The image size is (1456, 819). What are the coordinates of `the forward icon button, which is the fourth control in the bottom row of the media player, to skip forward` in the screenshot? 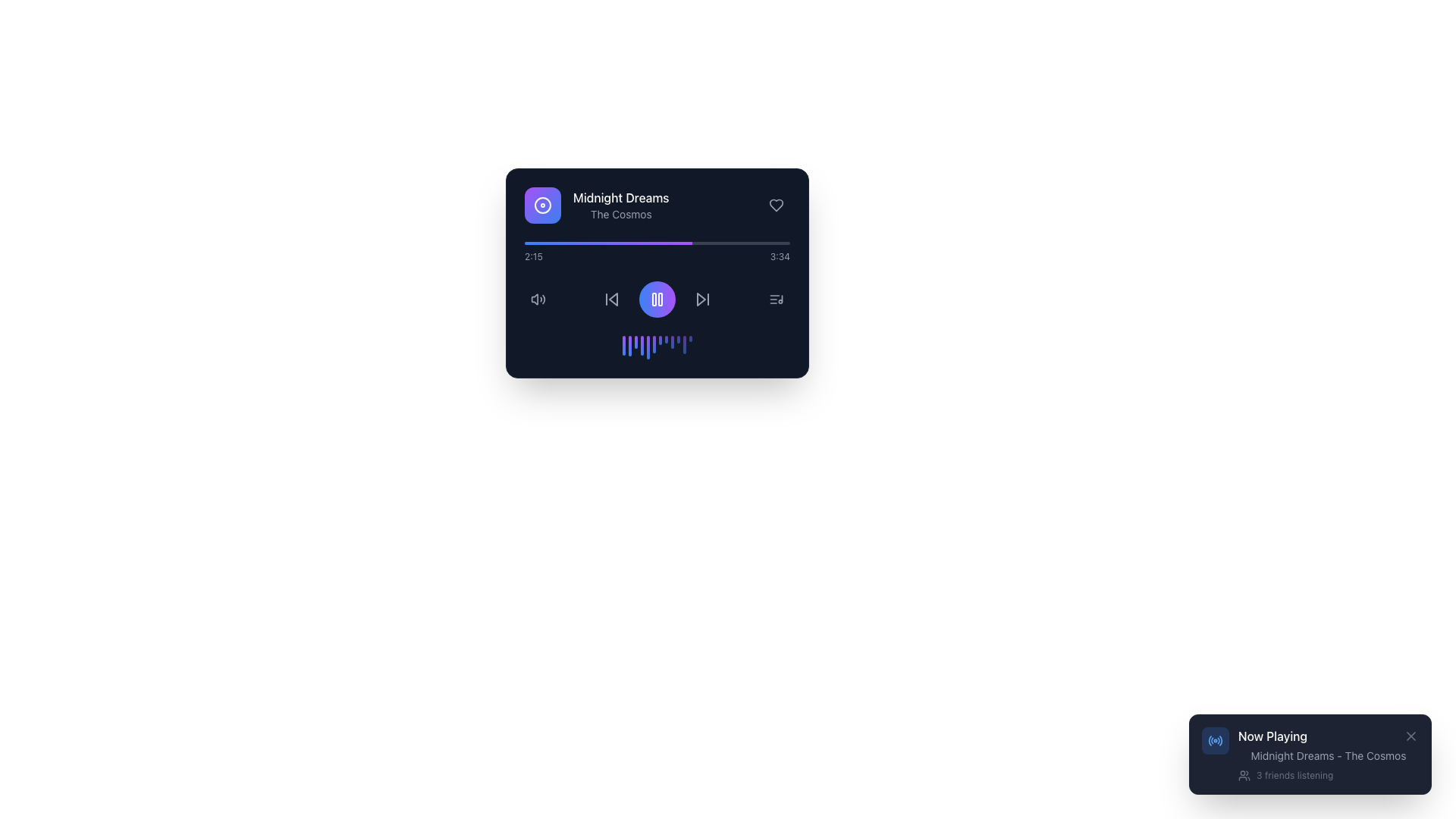 It's located at (701, 299).